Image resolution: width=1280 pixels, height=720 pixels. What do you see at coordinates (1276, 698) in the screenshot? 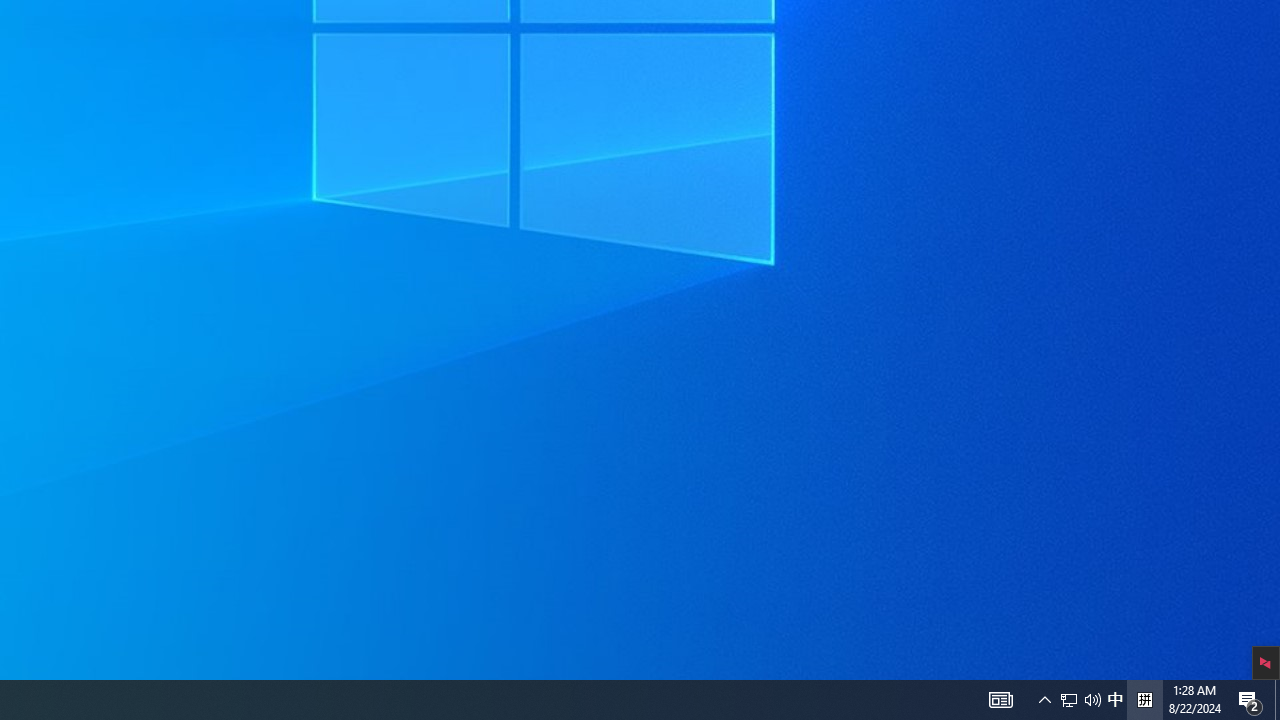
I see `'Show desktop'` at bounding box center [1276, 698].